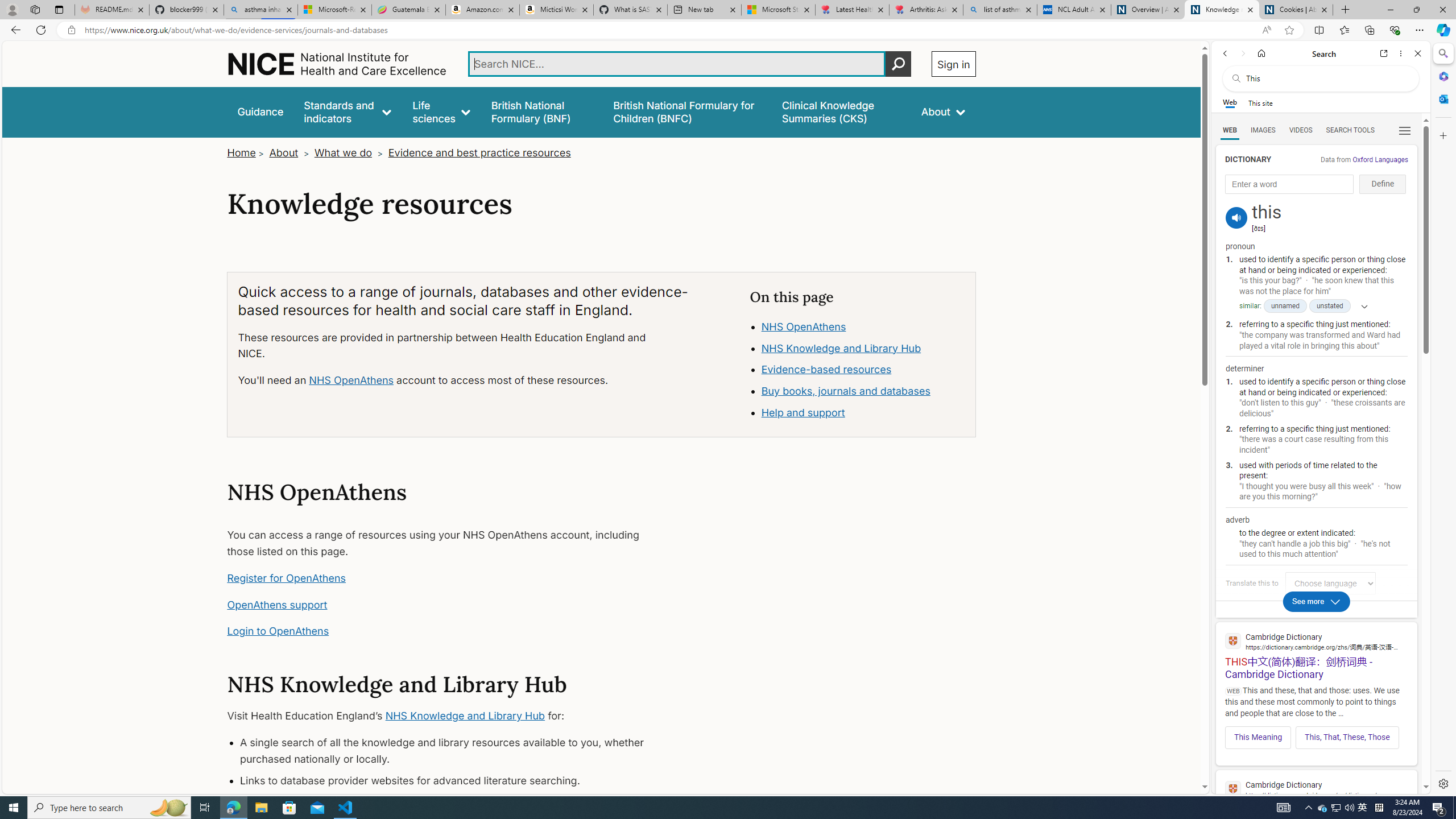 Image resolution: width=1456 pixels, height=819 pixels. Describe the element at coordinates (1350, 129) in the screenshot. I see `'Search Filter, Search Tools'` at that location.